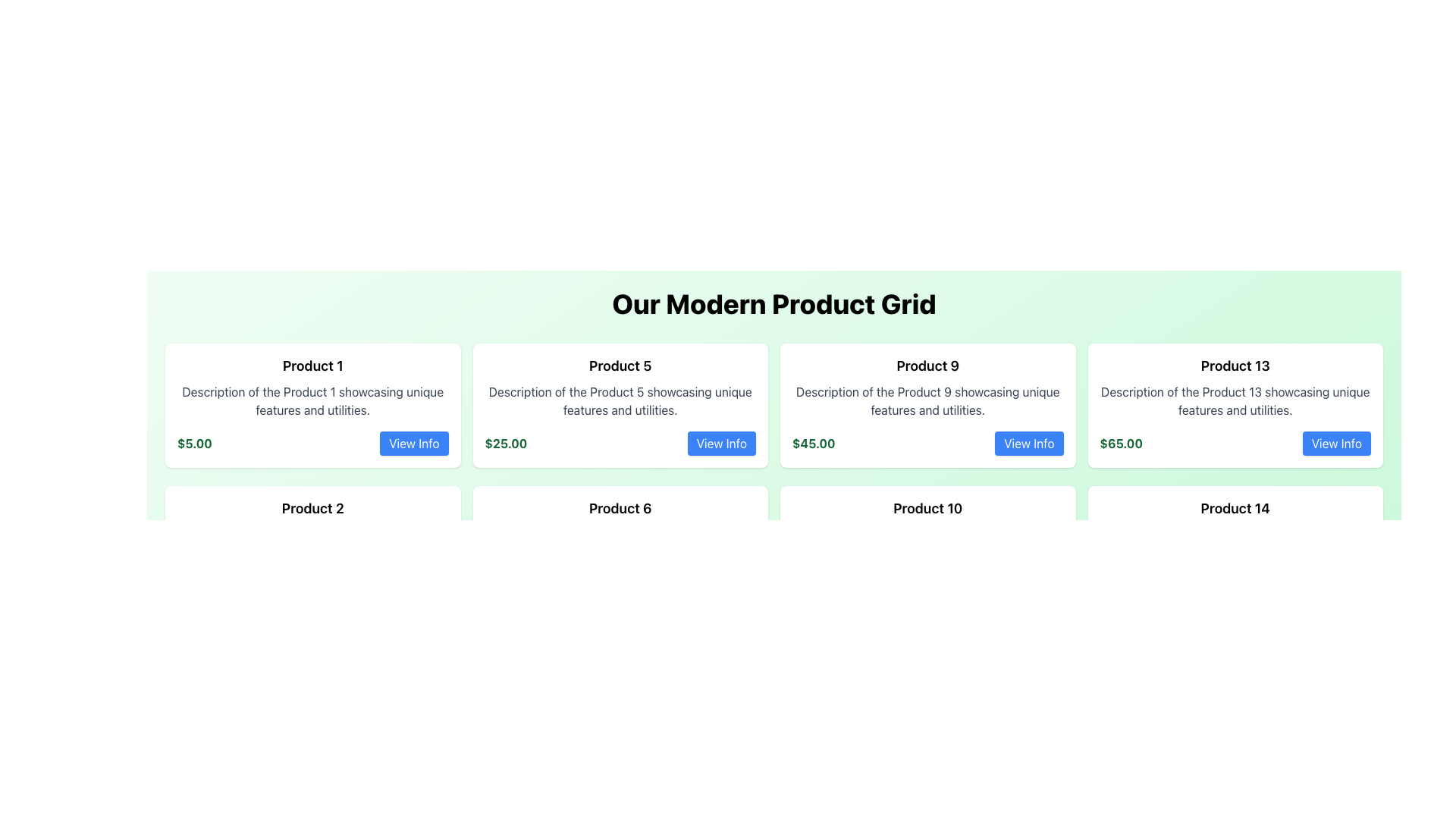 The image size is (1456, 819). What do you see at coordinates (1235, 366) in the screenshot?
I see `the text label displaying 'Product 13', which is prominently positioned at the top of its card layout` at bounding box center [1235, 366].